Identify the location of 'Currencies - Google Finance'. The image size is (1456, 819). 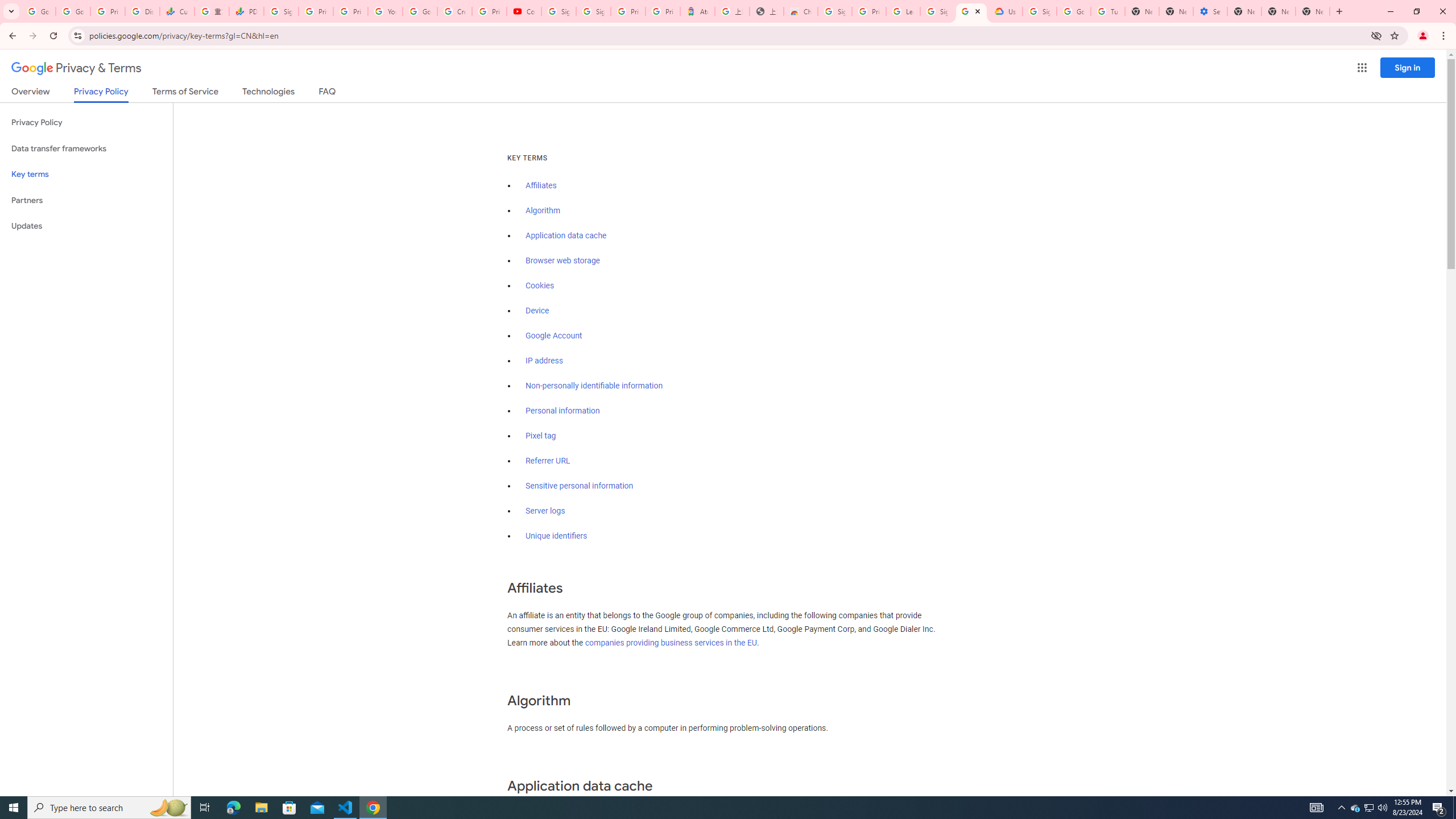
(176, 11).